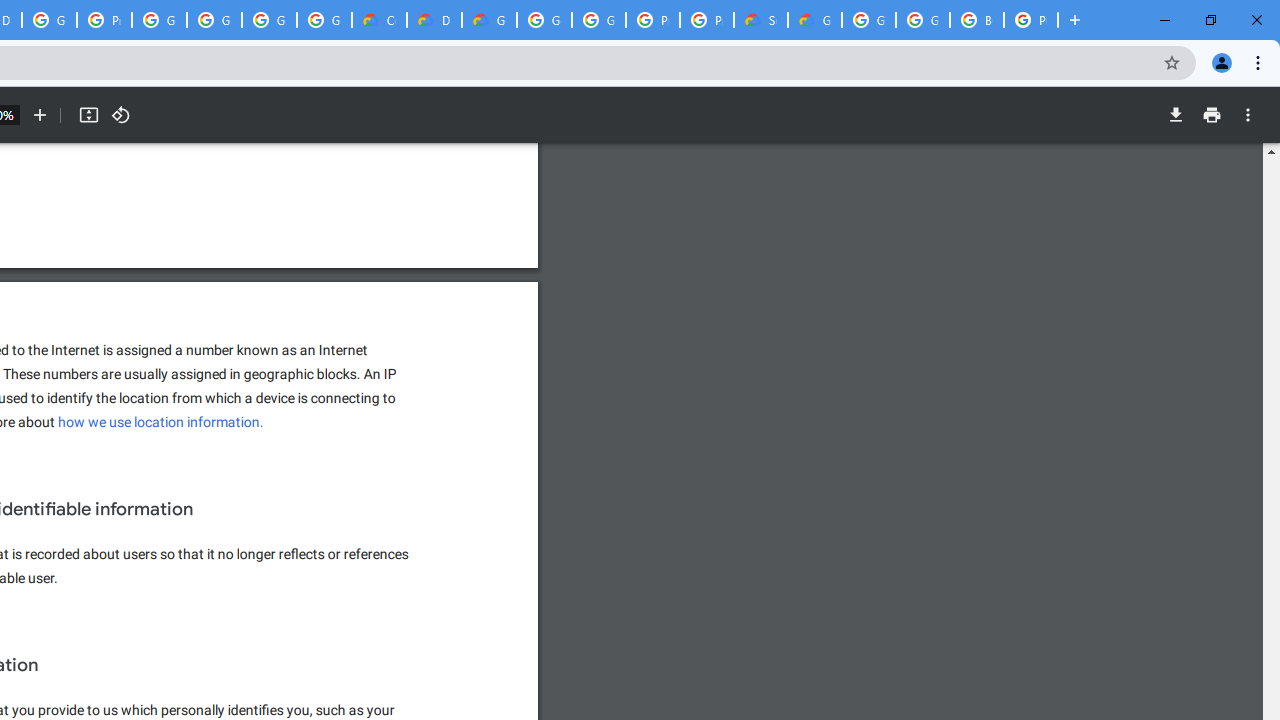  What do you see at coordinates (598, 20) in the screenshot?
I see `'Google Cloud Platform'` at bounding box center [598, 20].